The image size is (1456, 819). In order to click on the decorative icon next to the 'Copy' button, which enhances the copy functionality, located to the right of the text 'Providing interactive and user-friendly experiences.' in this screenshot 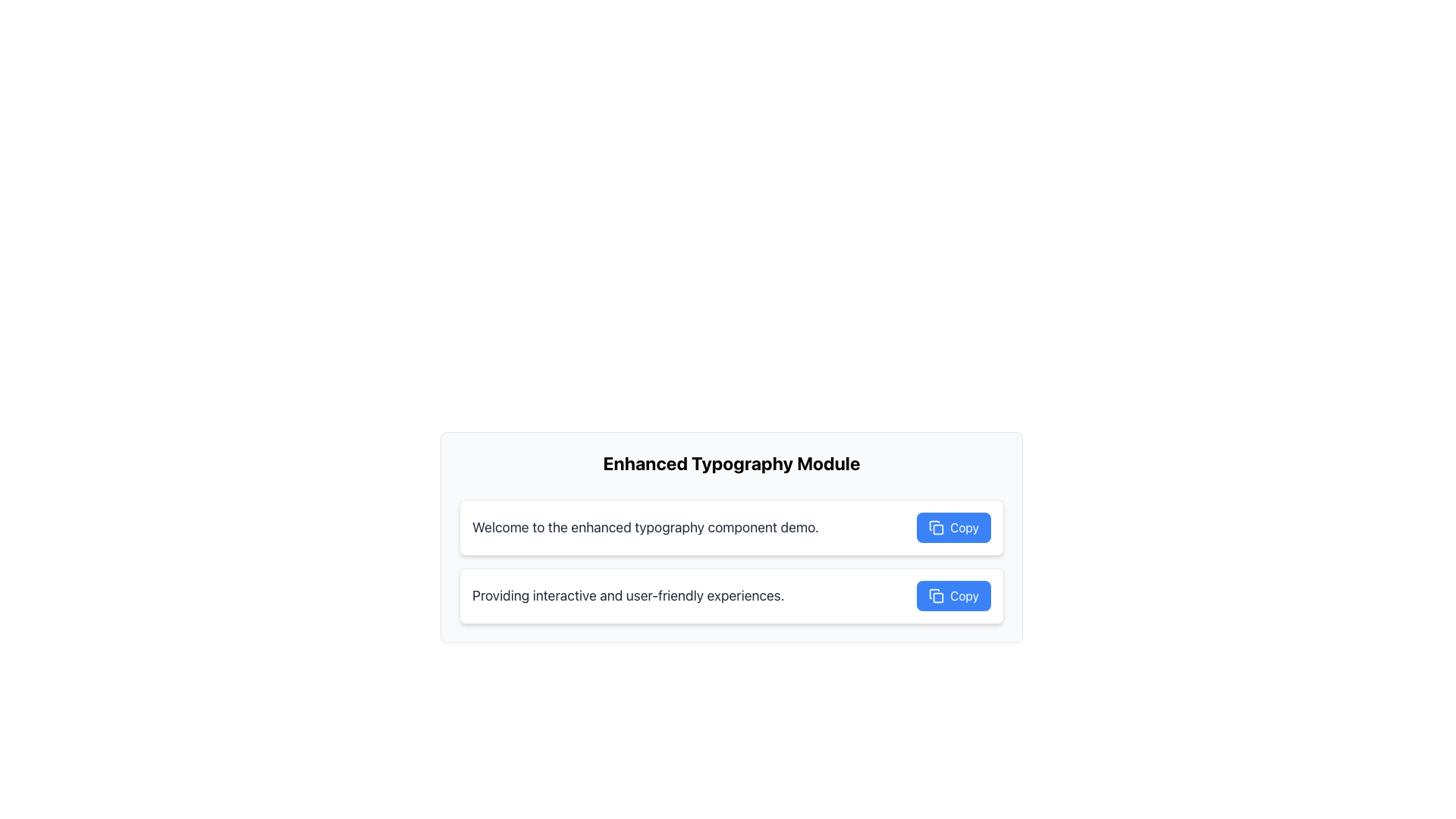, I will do `click(934, 593)`.